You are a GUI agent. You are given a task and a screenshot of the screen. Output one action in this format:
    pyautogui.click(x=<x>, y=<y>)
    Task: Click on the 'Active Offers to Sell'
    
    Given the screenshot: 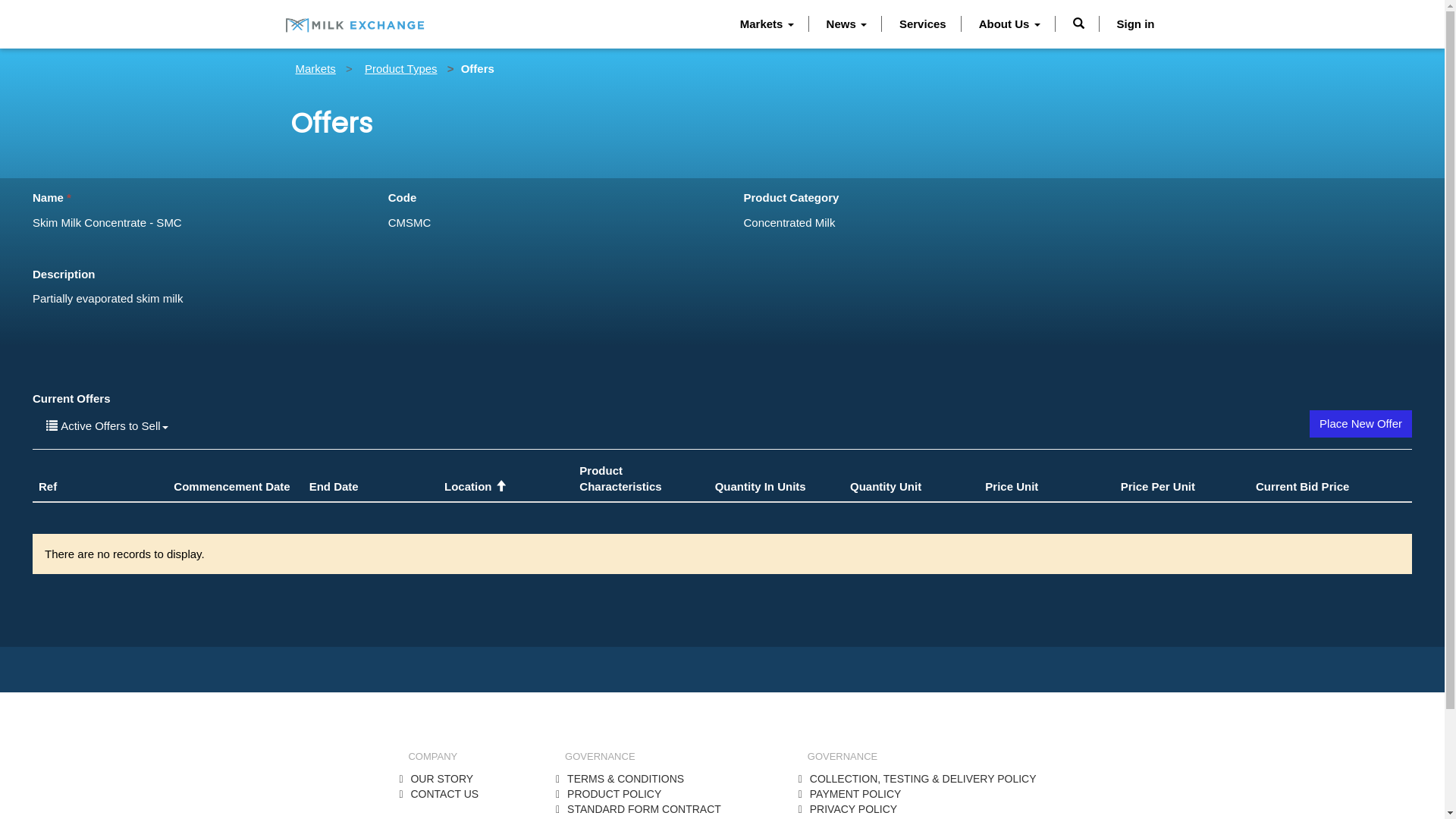 What is the action you would take?
    pyautogui.click(x=106, y=425)
    